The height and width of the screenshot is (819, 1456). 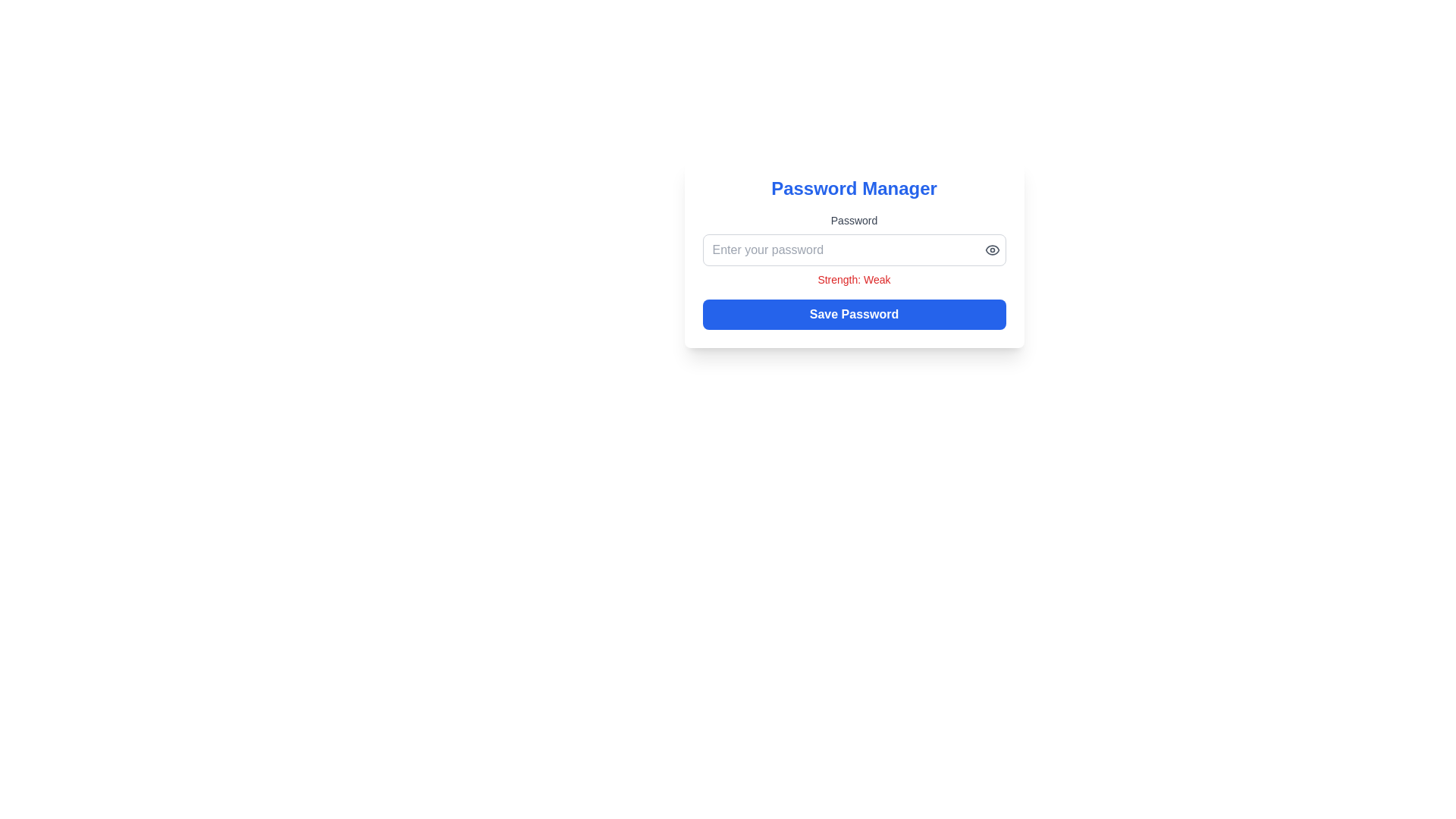 I want to click on the eye icon representing the toggle for password visibility located near the password input field, so click(x=992, y=249).